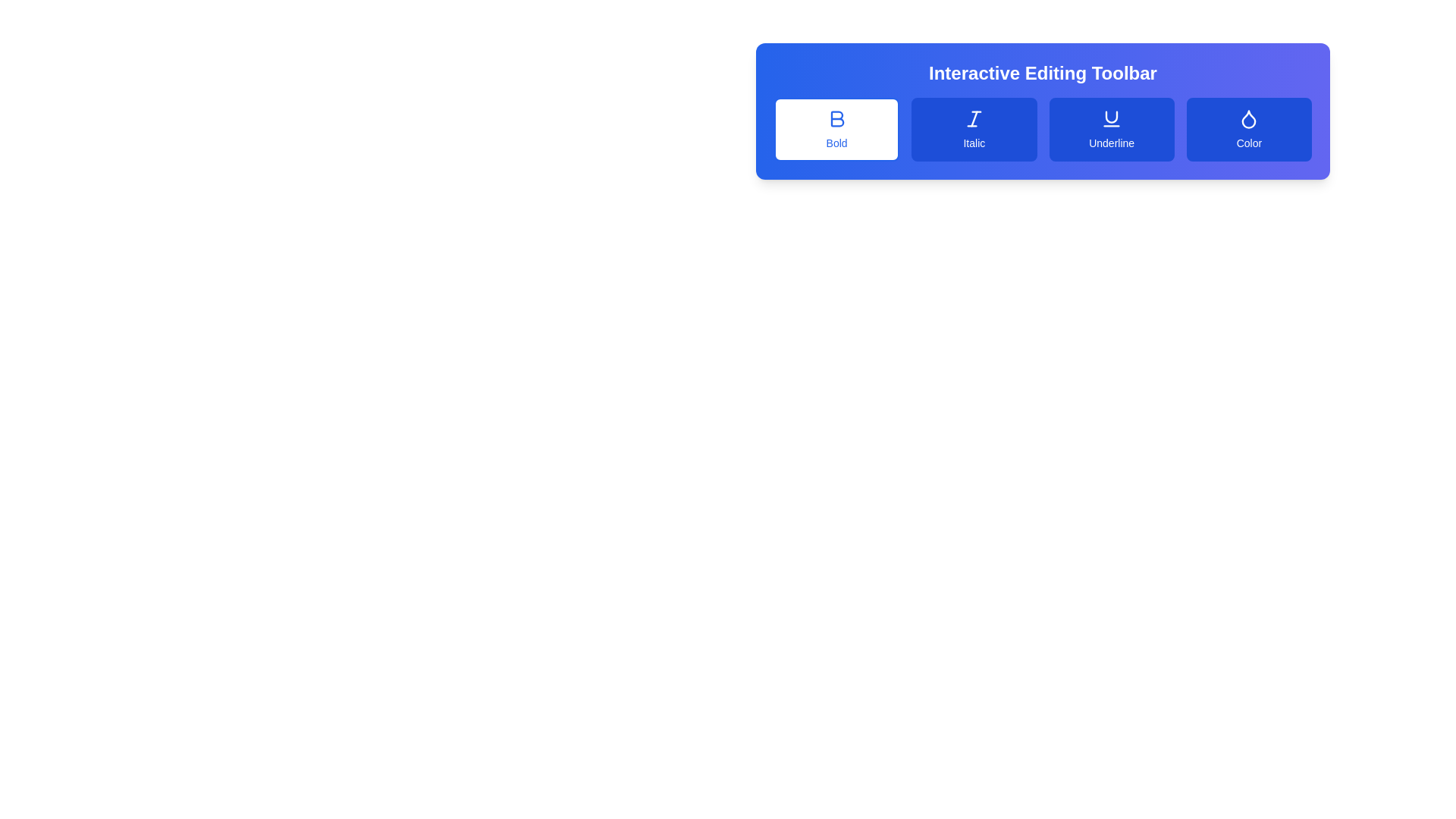  I want to click on the italic button in the toolbar, so click(974, 118).